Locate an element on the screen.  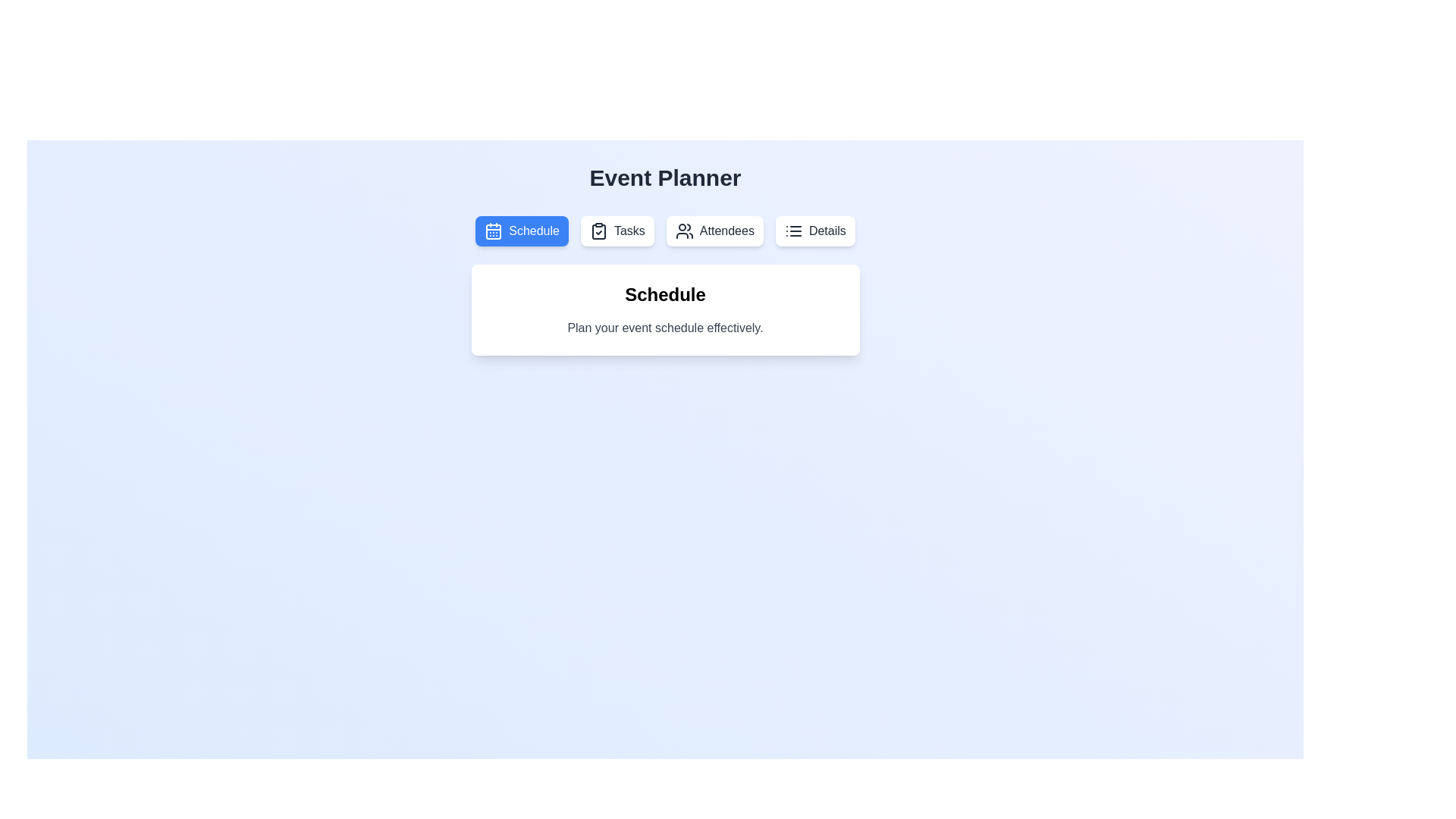
the tab button labeled 'Schedule' to switch to the respective tab is located at coordinates (522, 231).